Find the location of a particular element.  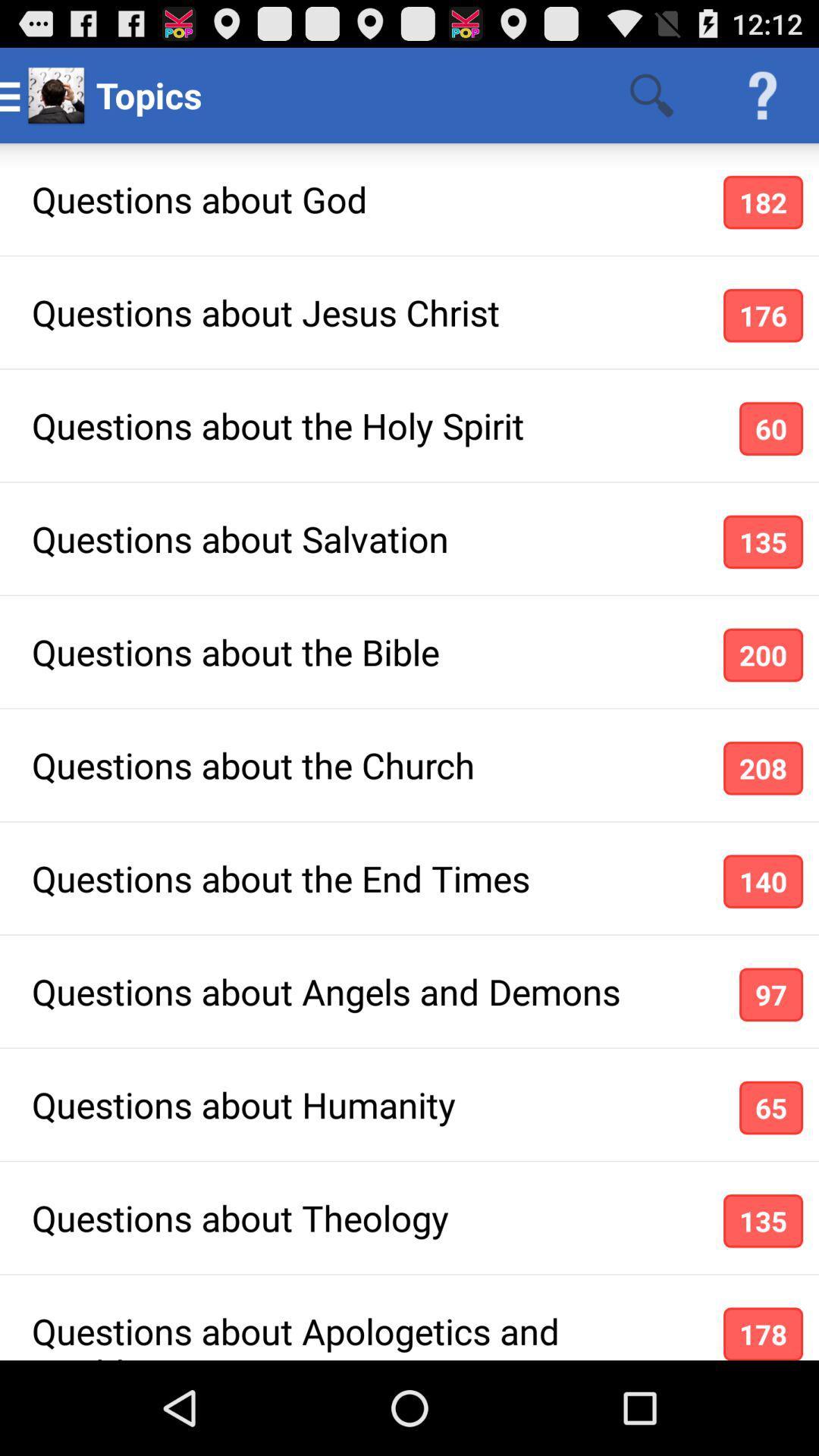

app next to questions about the icon is located at coordinates (771, 428).